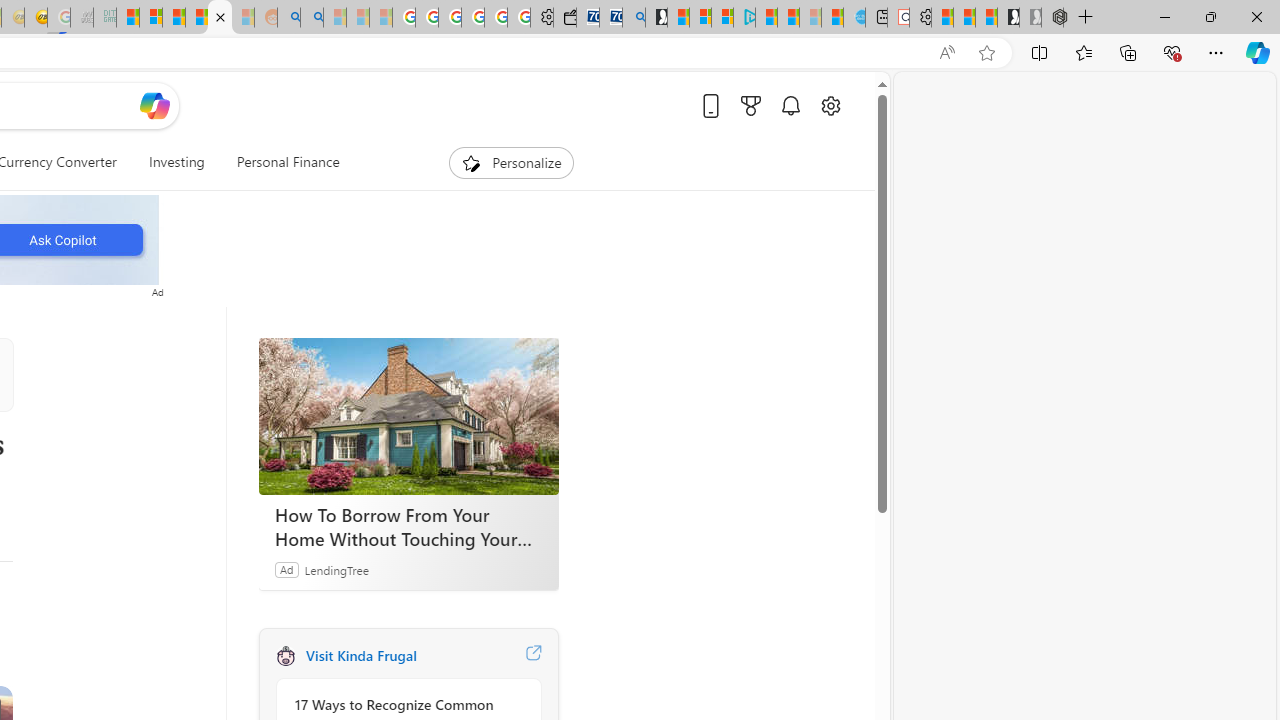  Describe the element at coordinates (749, 105) in the screenshot. I see `'Microsoft rewards'` at that location.